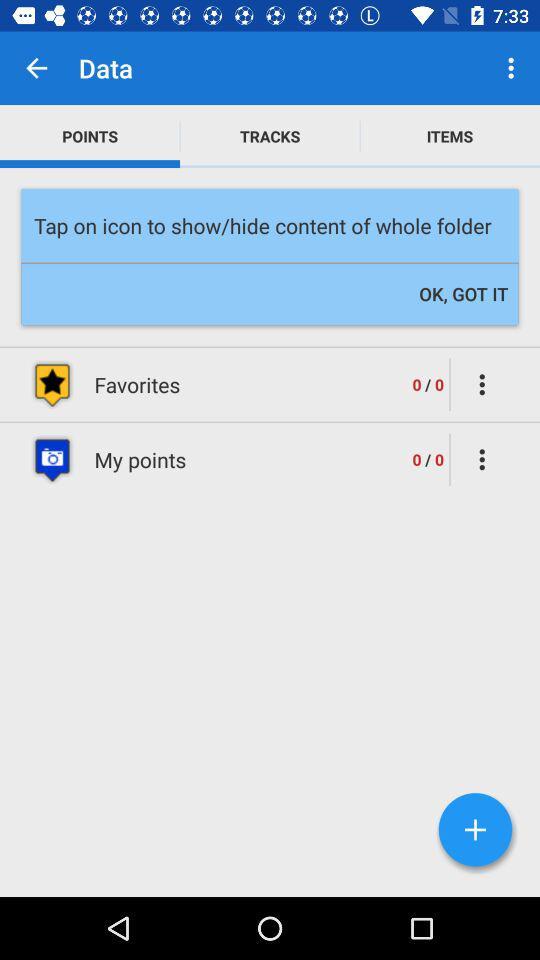 Image resolution: width=540 pixels, height=960 pixels. What do you see at coordinates (449, 135) in the screenshot?
I see `the icon to the right of tracks icon` at bounding box center [449, 135].